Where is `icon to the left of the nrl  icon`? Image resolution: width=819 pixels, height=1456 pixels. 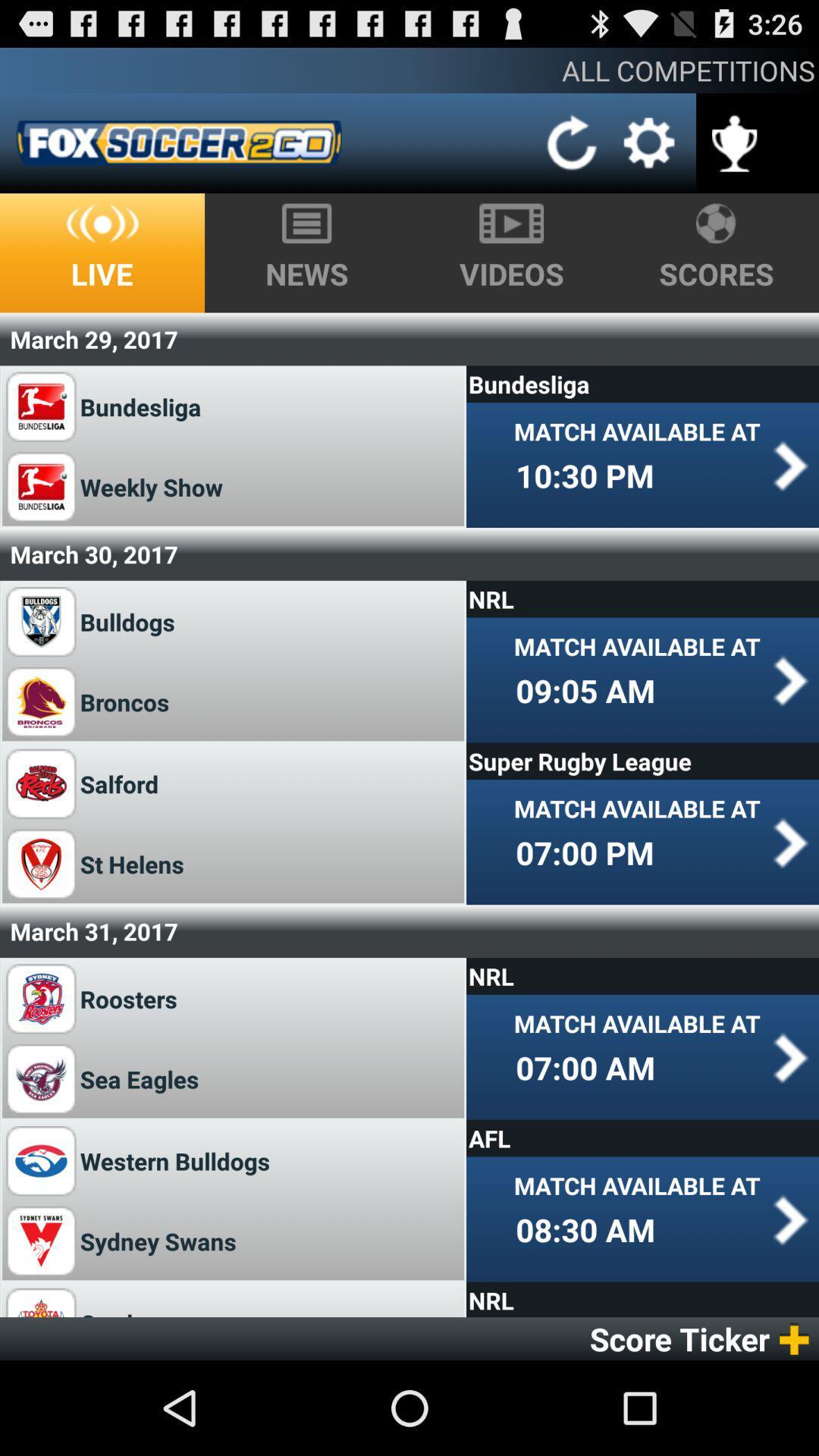 icon to the left of the nrl  icon is located at coordinates (127, 999).